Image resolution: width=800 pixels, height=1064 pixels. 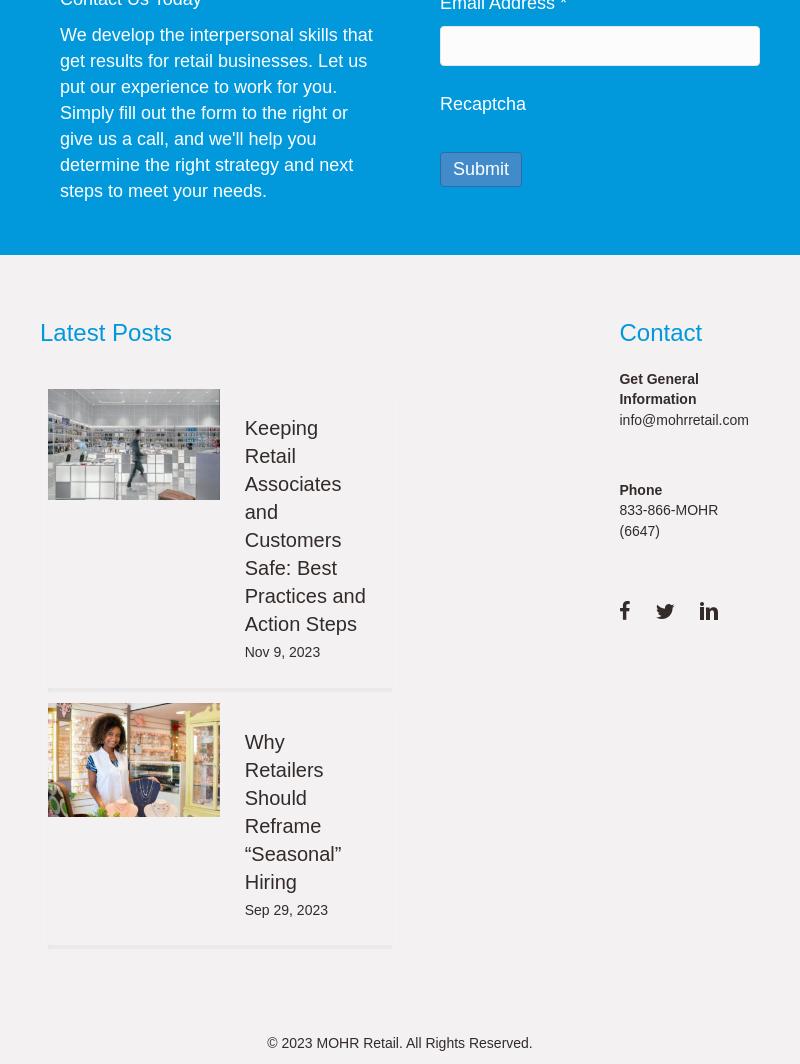 What do you see at coordinates (683, 419) in the screenshot?
I see `'info@mohrretail.com'` at bounding box center [683, 419].